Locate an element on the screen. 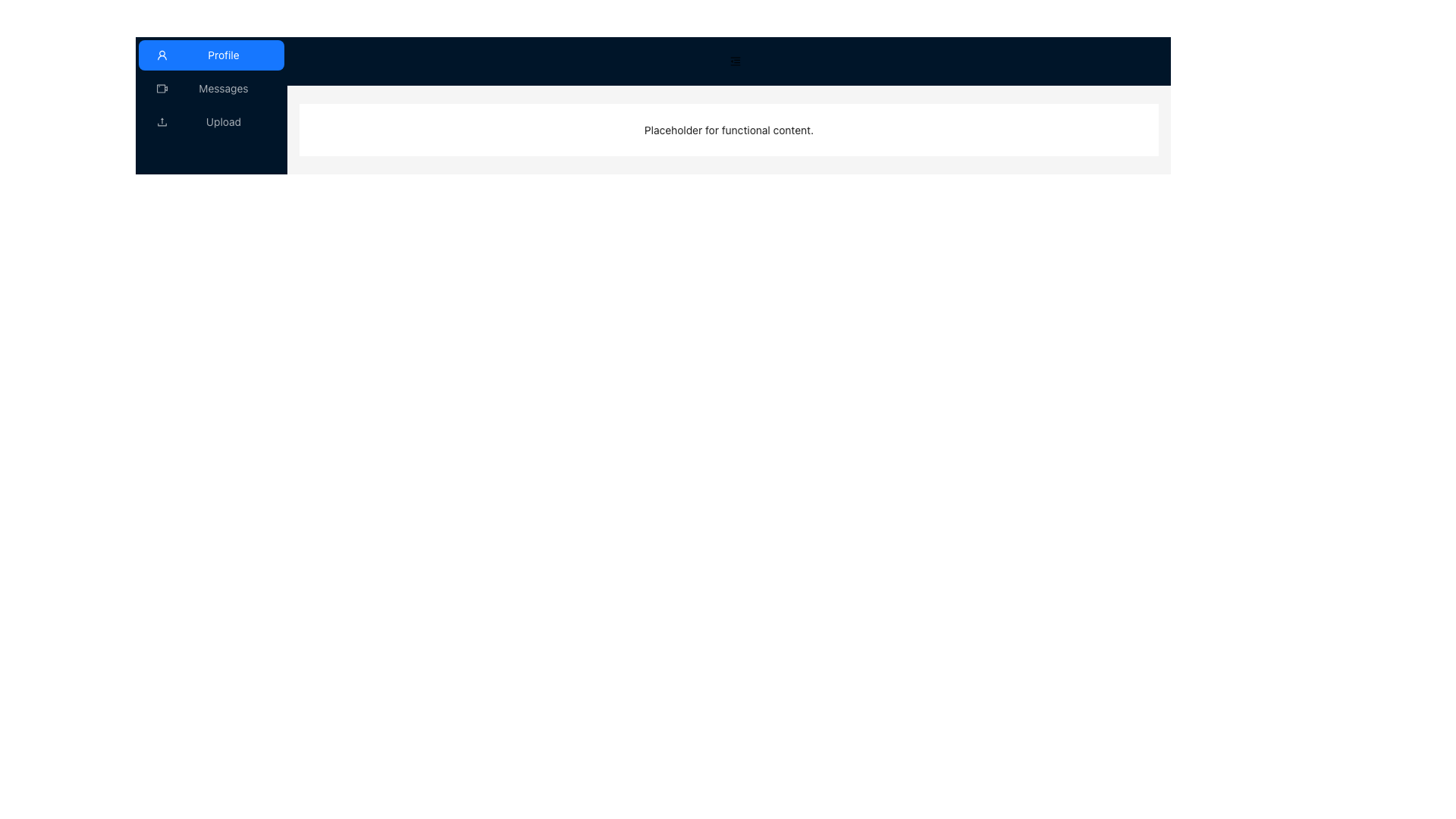 This screenshot has width=1456, height=819. the 'Messages' text label, which is a centered, horizontally-aligned element in light grey on a dark blue background, located in the vertical menu between 'Profile' and 'Upload' is located at coordinates (222, 88).